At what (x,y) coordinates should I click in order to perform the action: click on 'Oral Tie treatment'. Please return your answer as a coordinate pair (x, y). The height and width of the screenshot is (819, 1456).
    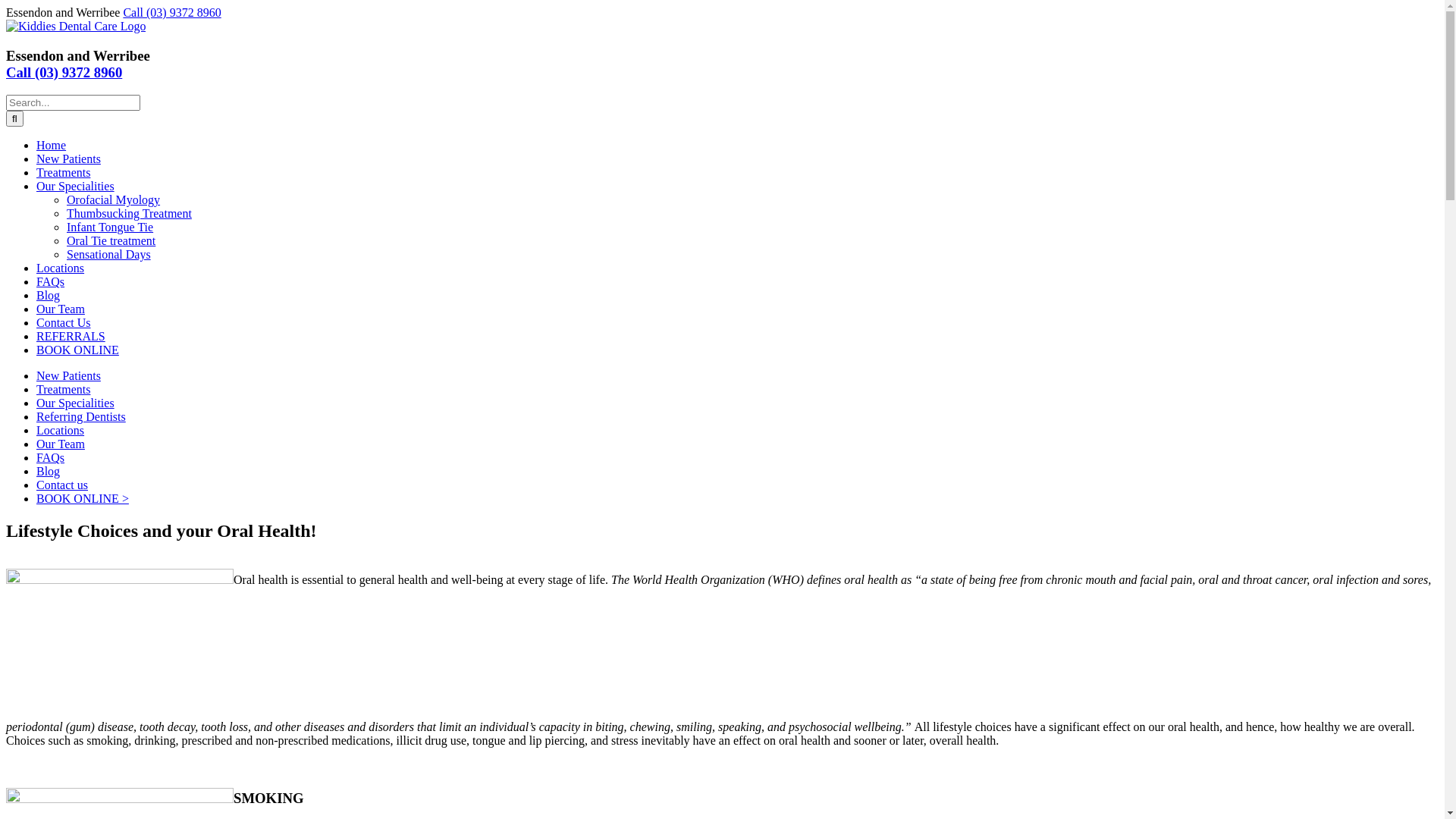
    Looking at the image, I should click on (110, 240).